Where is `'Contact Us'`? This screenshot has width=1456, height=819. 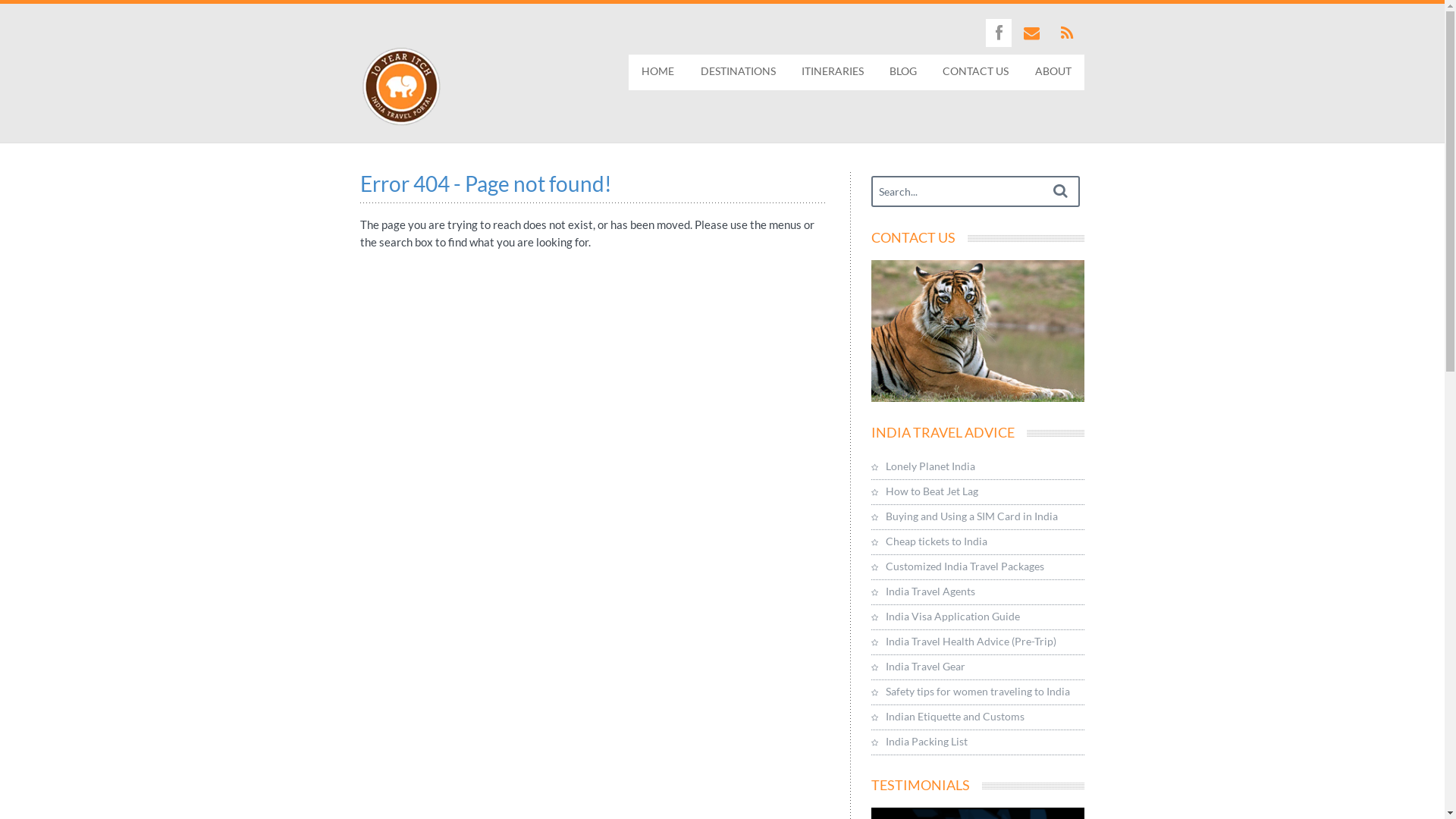 'Contact Us' is located at coordinates (977, 393).